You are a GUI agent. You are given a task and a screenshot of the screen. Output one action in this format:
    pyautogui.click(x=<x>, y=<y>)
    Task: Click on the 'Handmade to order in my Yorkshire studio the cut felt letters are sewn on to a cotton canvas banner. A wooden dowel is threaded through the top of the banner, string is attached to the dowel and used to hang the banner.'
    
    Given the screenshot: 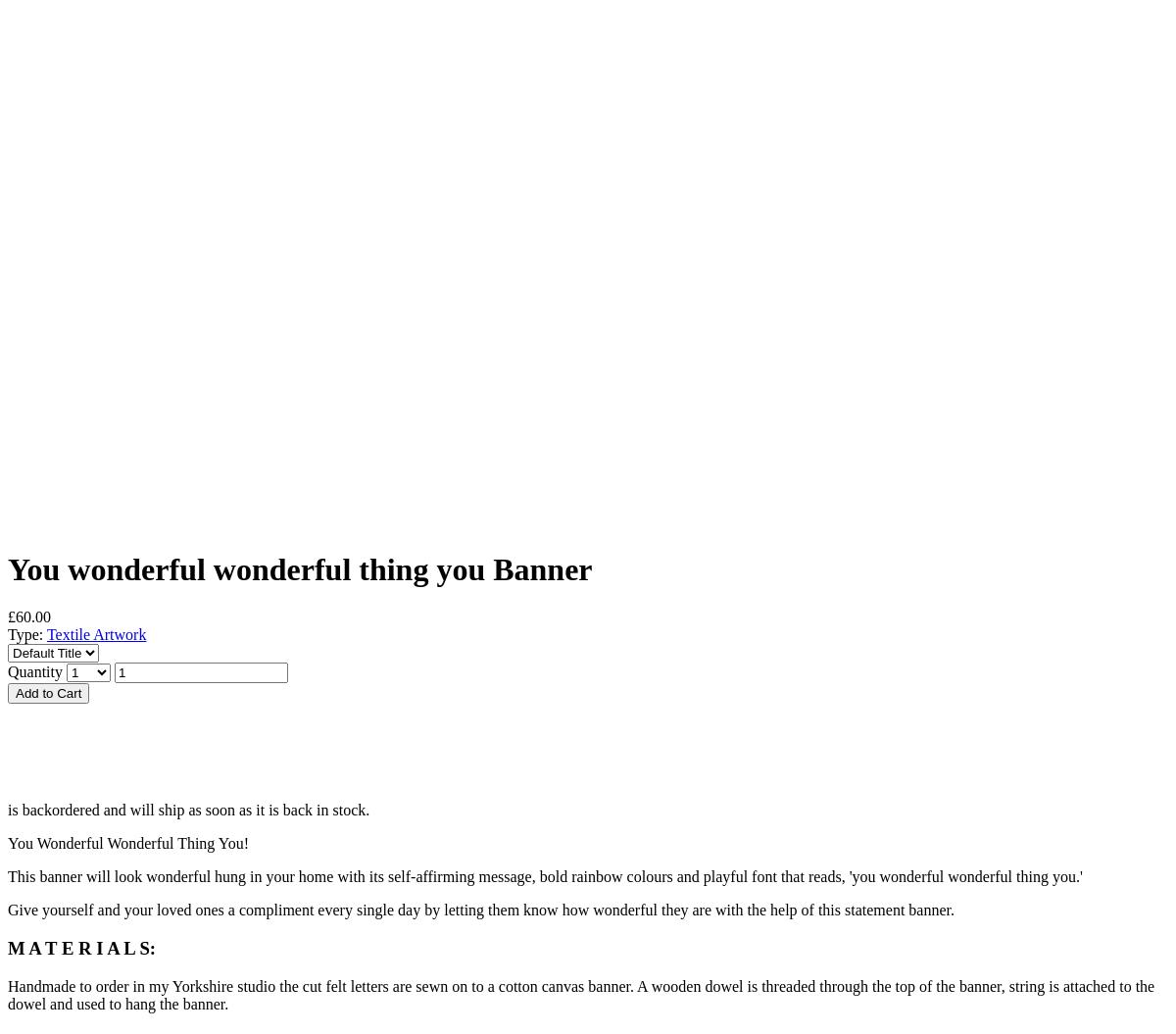 What is the action you would take?
    pyautogui.click(x=580, y=993)
    